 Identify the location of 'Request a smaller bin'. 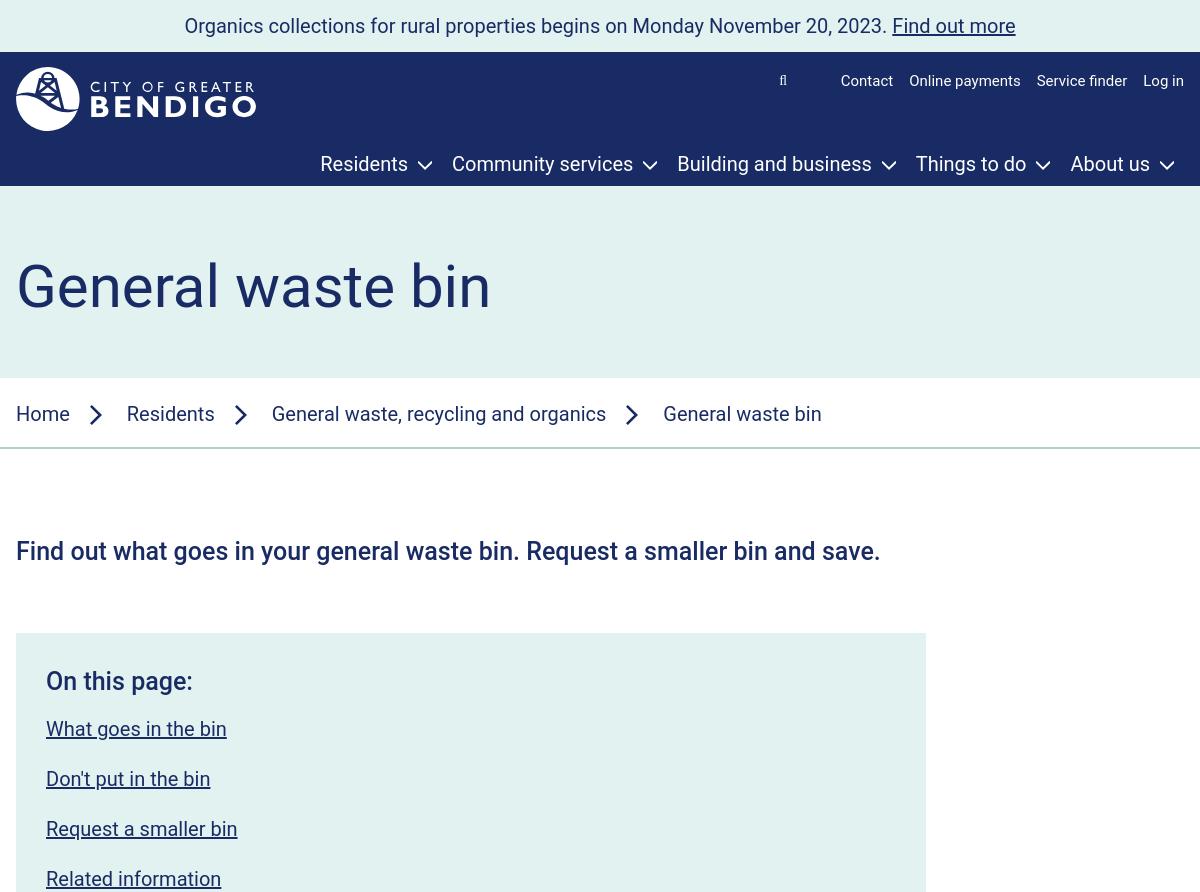
(45, 828).